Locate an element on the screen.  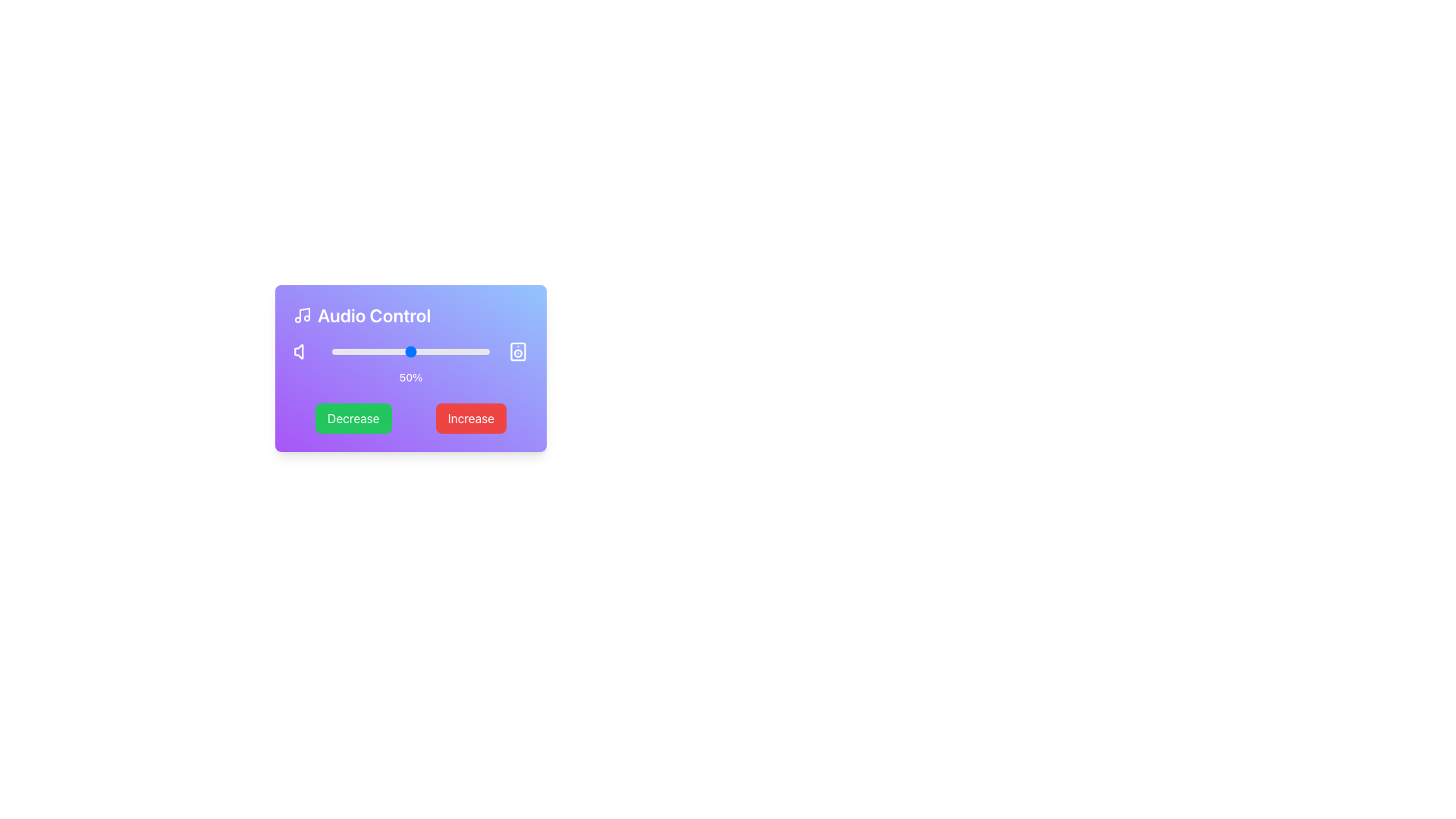
the slider is located at coordinates (375, 351).